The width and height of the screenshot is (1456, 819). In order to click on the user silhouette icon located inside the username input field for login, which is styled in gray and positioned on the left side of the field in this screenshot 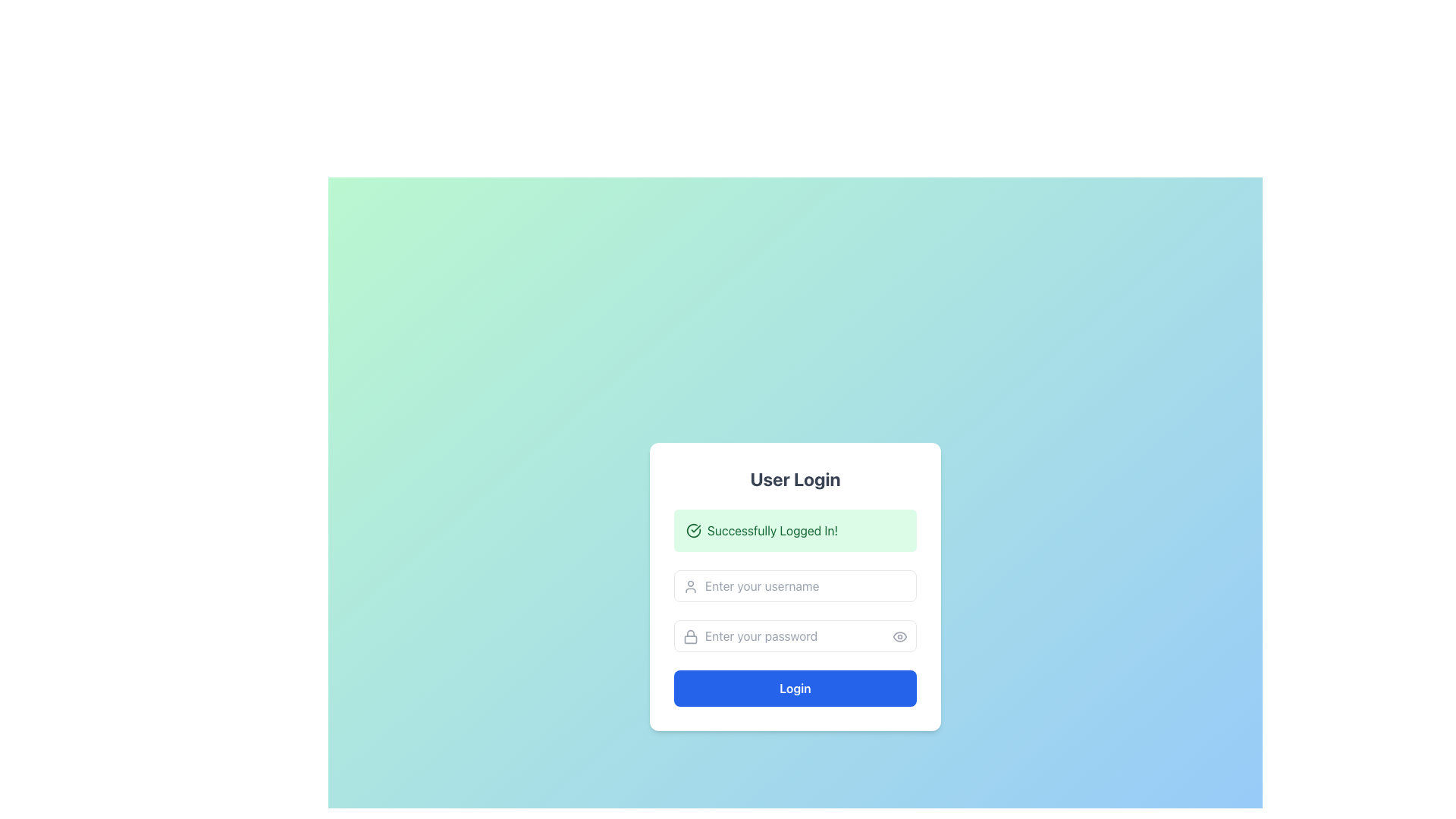, I will do `click(690, 586)`.